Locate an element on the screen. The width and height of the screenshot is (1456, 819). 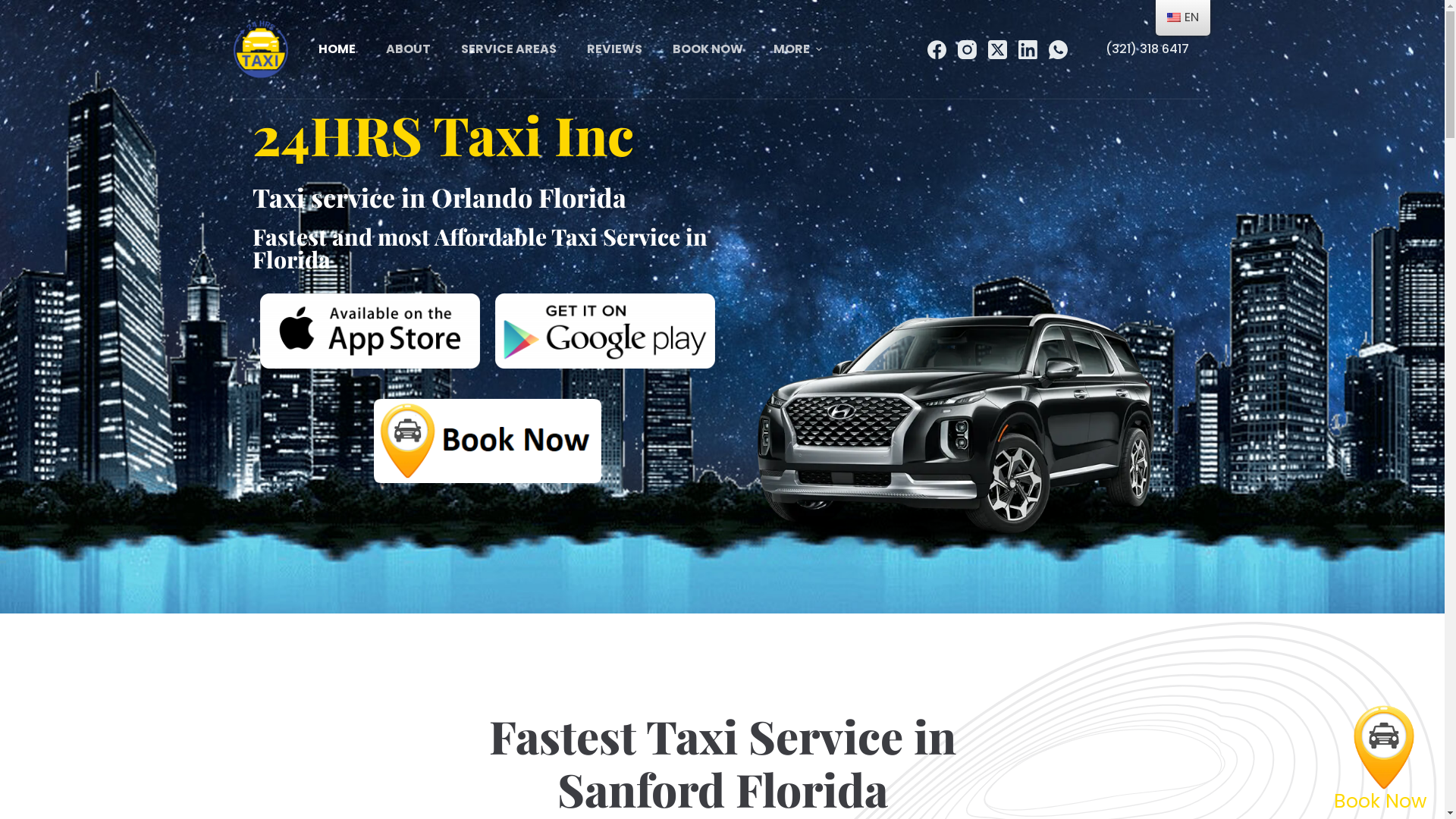
'BOOK NOW' is located at coordinates (657, 49).